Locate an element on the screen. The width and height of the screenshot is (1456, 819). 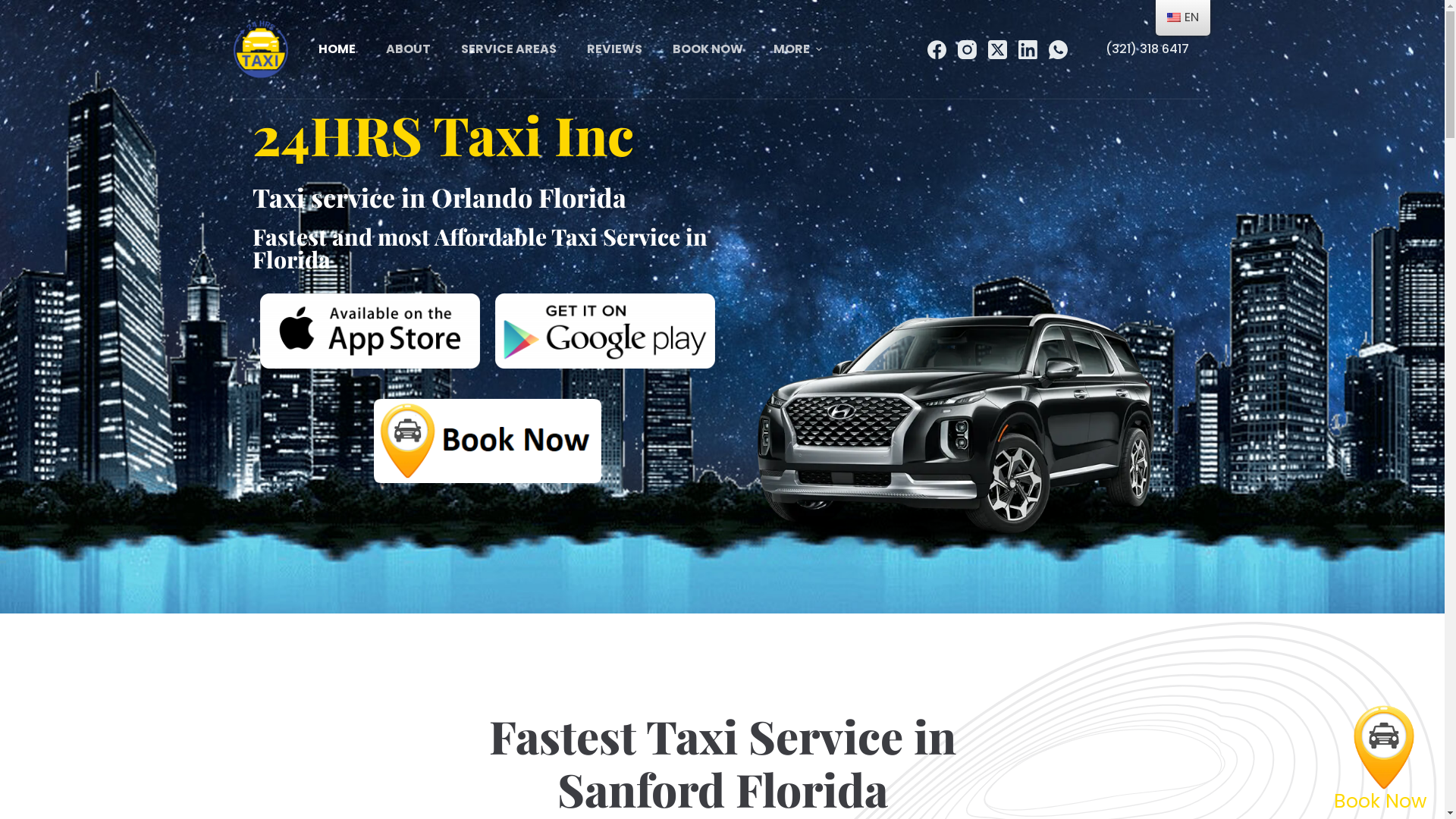
'BOOK NOW' is located at coordinates (657, 49).